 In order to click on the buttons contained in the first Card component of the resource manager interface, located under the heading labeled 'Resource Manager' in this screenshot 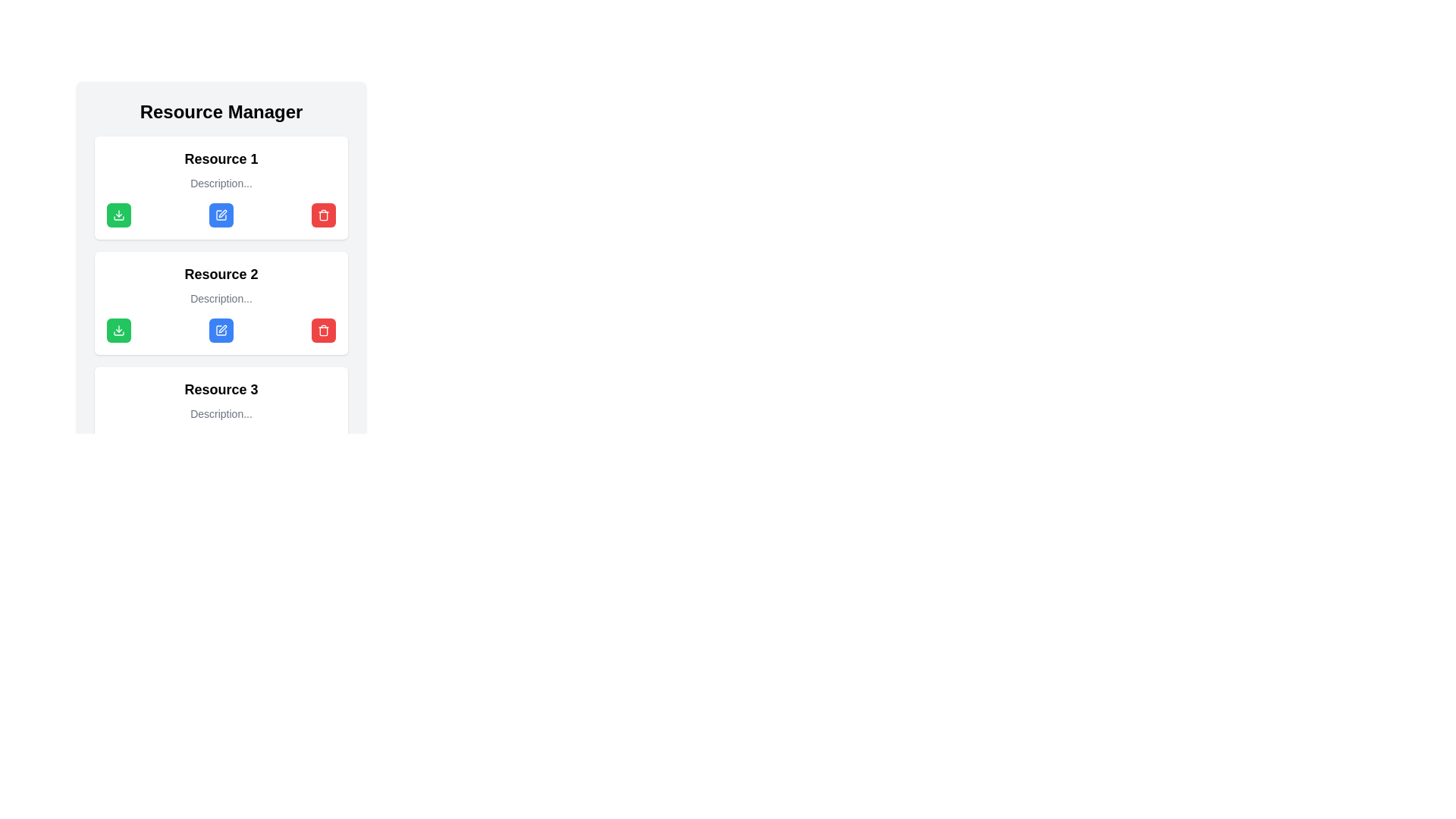, I will do `click(221, 187)`.